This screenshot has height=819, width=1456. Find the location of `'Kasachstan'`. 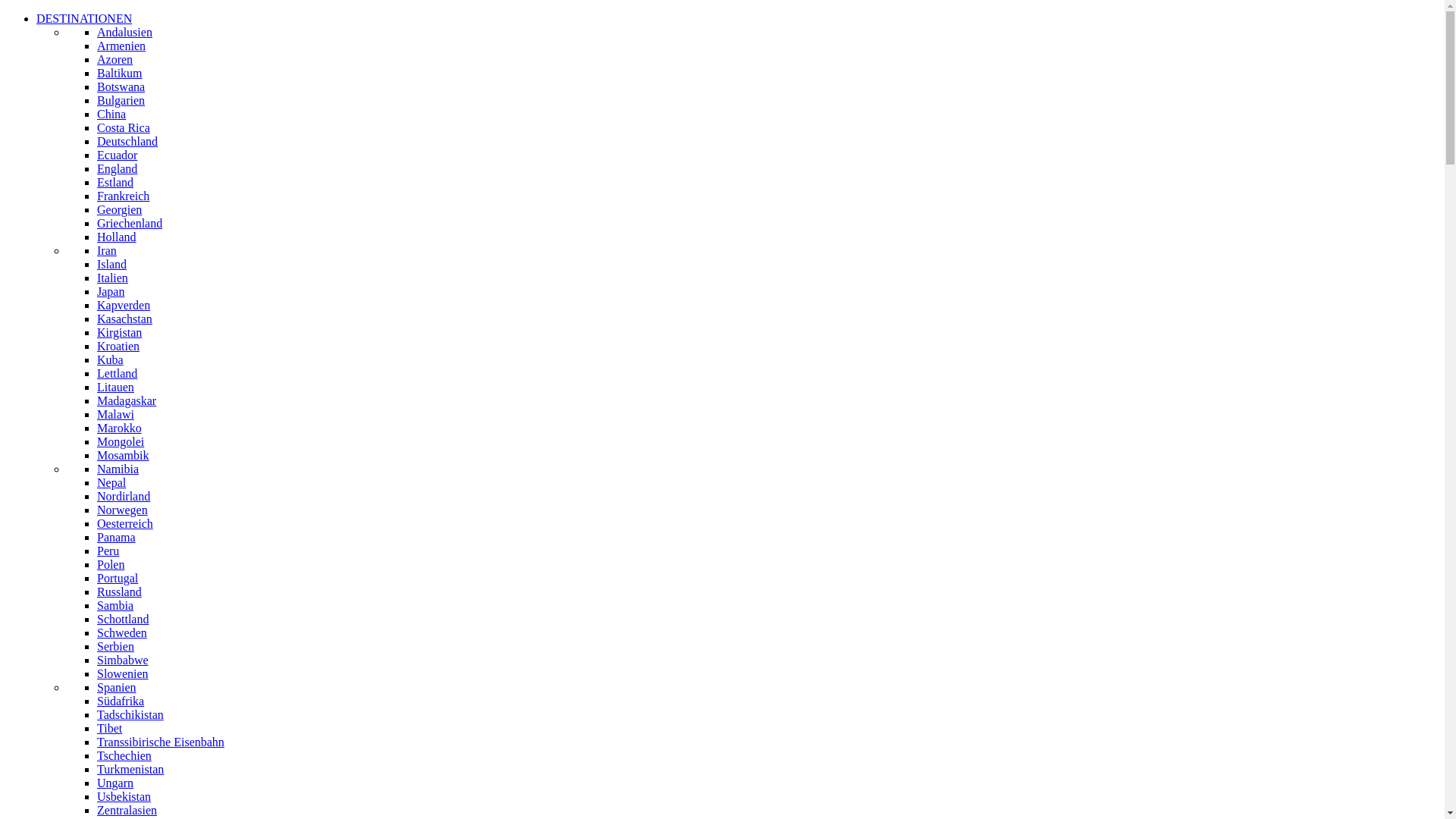

'Kasachstan' is located at coordinates (124, 318).